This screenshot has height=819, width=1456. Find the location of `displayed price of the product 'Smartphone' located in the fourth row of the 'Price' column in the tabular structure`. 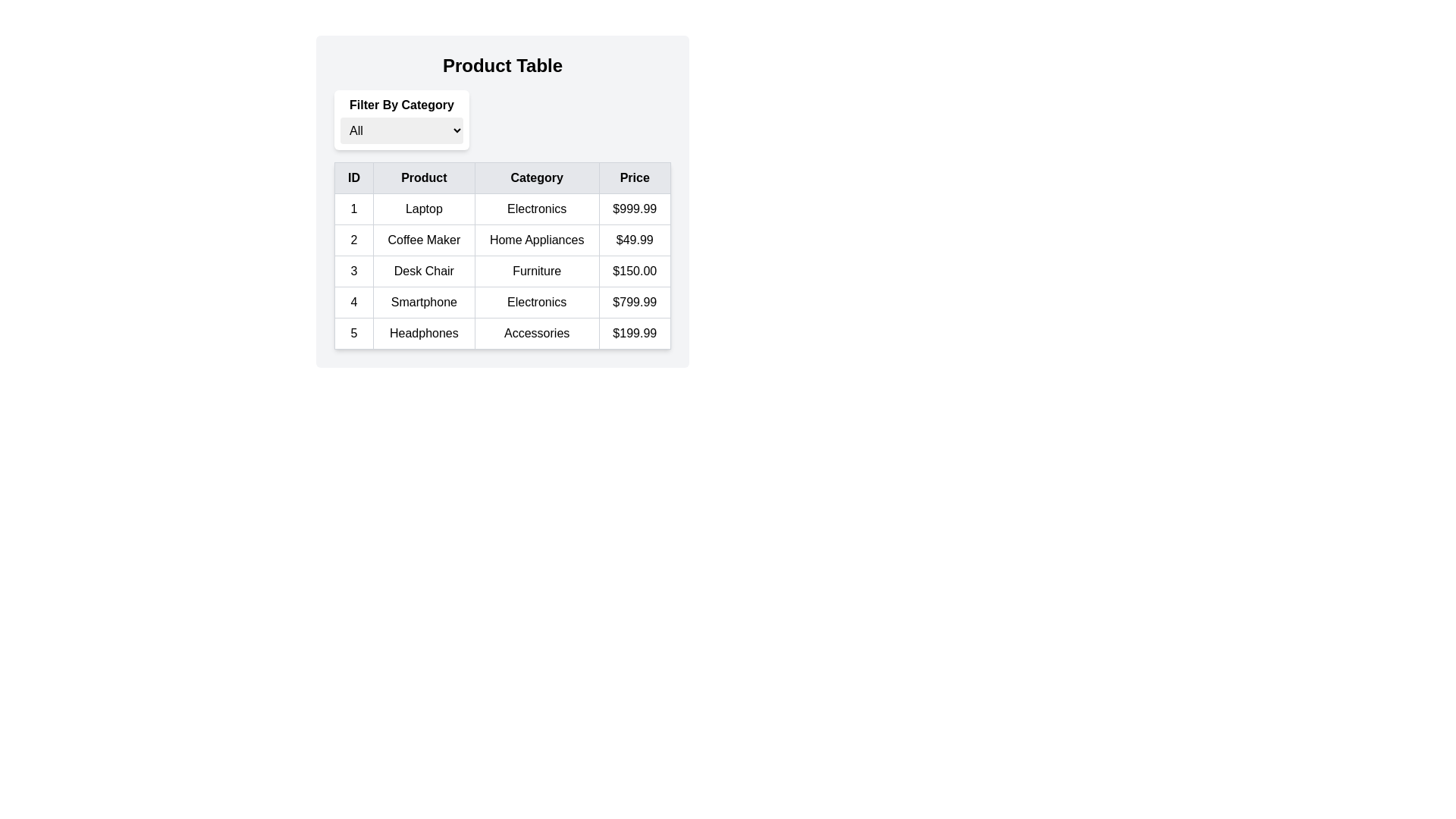

displayed price of the product 'Smartphone' located in the fourth row of the 'Price' column in the tabular structure is located at coordinates (635, 302).